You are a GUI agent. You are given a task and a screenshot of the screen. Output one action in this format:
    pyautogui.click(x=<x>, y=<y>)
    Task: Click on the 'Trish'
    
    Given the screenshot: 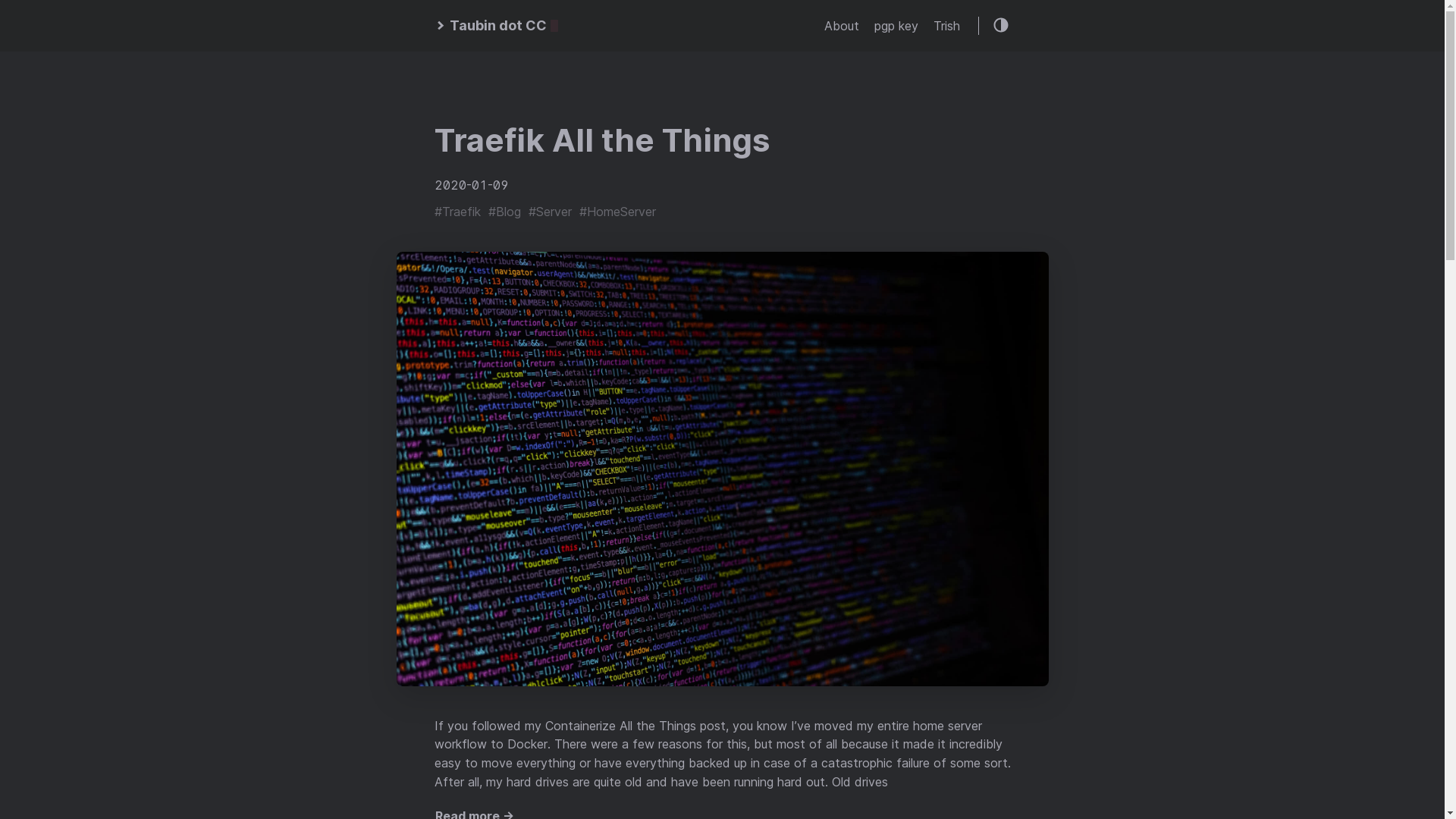 What is the action you would take?
    pyautogui.click(x=945, y=26)
    